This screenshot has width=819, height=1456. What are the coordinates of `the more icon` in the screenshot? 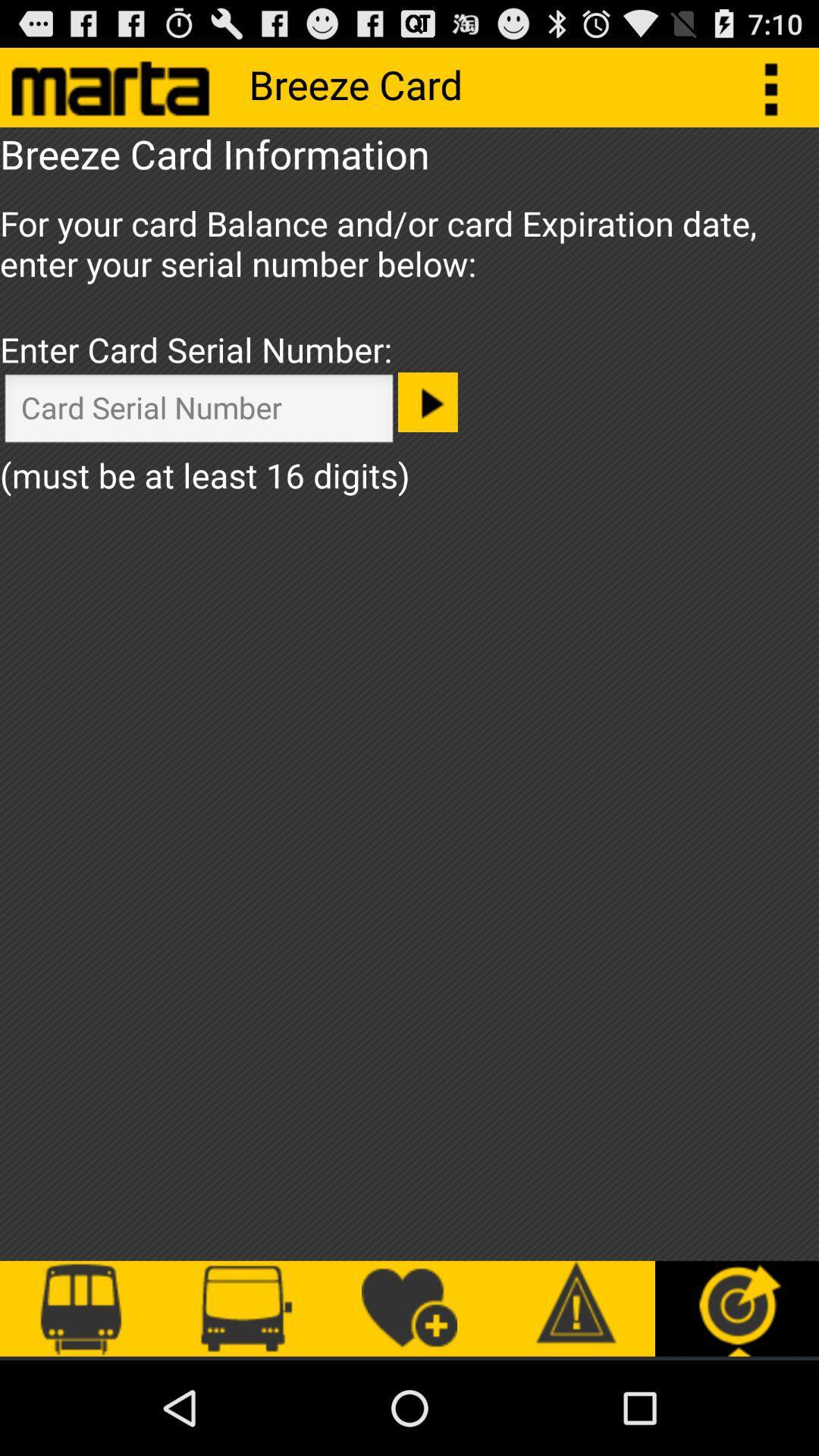 It's located at (779, 93).